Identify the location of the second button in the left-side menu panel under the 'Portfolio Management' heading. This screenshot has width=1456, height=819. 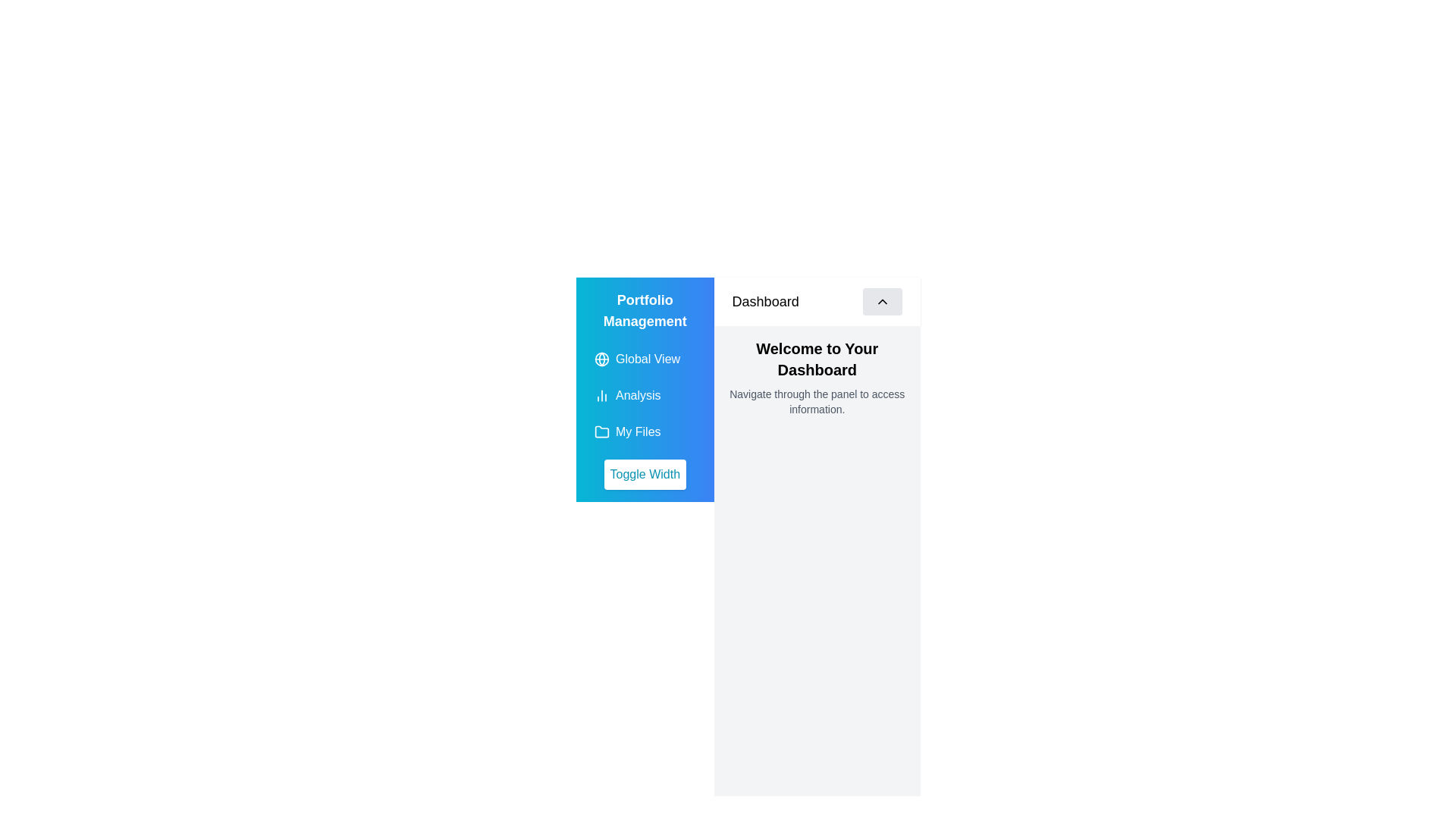
(645, 394).